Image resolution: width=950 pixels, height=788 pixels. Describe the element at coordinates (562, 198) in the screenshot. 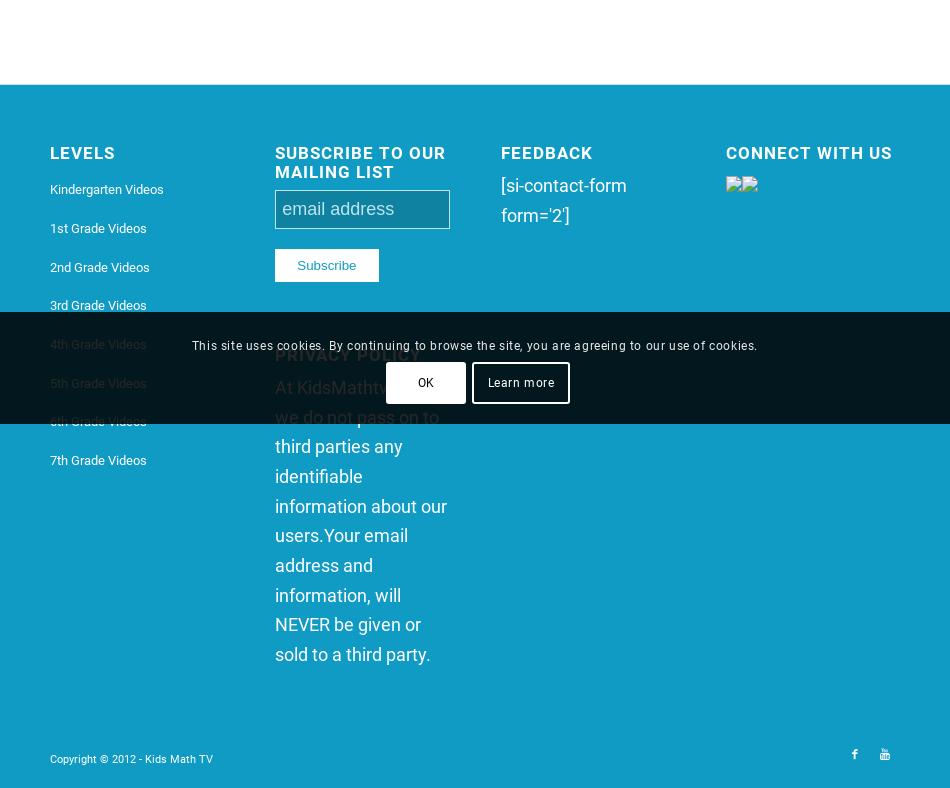

I see `'[si-contact-form form='2']'` at that location.